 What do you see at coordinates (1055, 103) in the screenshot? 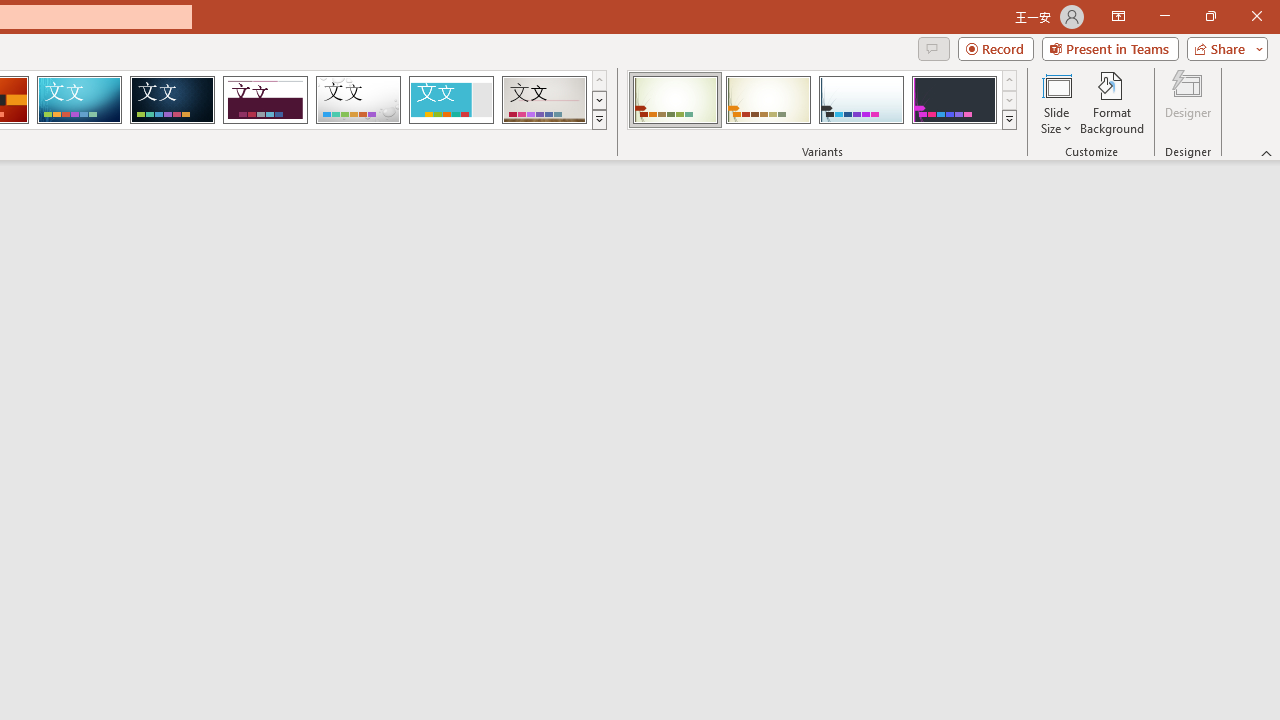
I see `'Slide Size'` at bounding box center [1055, 103].